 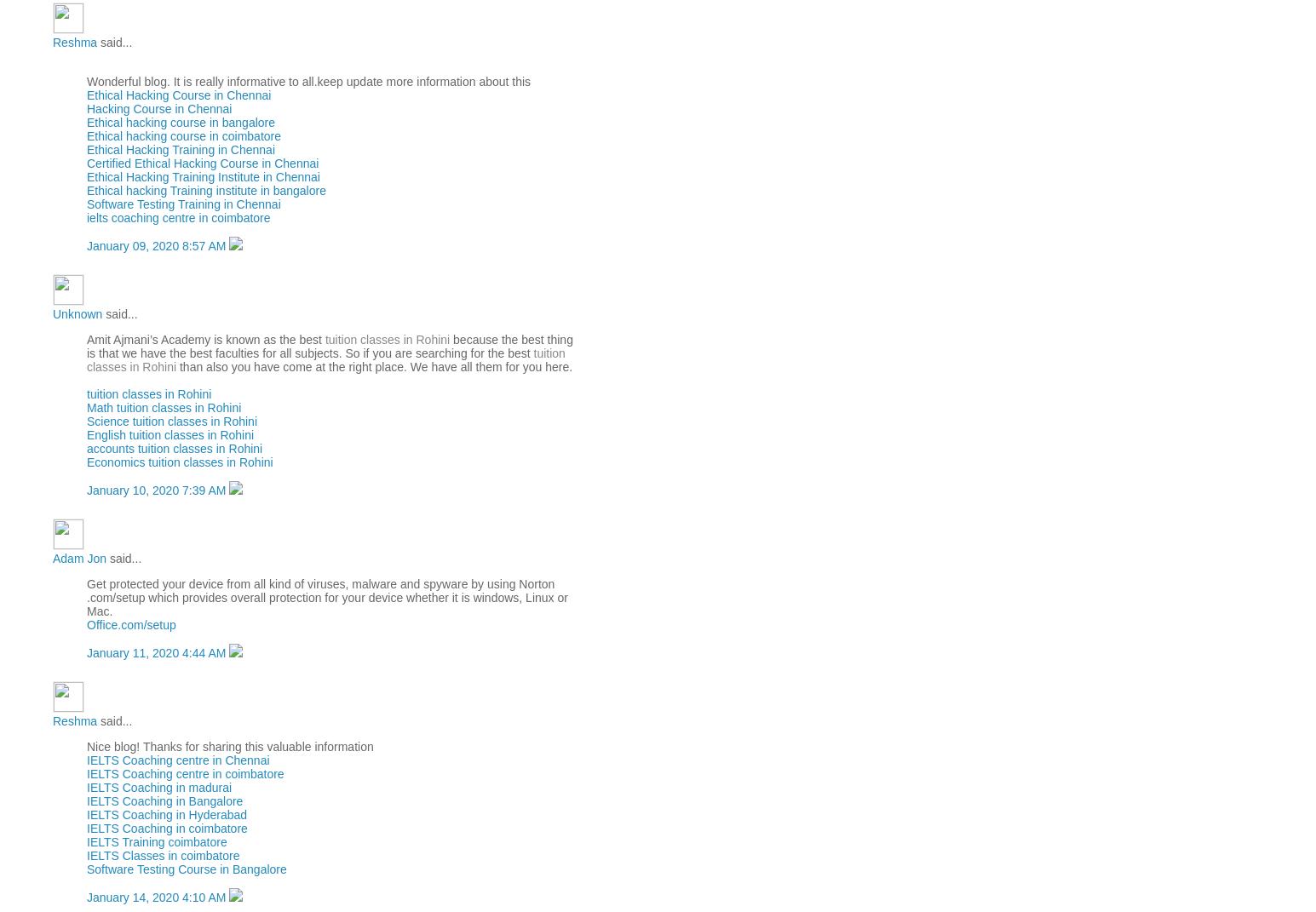 What do you see at coordinates (325, 596) in the screenshot?
I see `'Get protected your device from all kind of viruses, malware and spyware by using Norton .com/setup which provides overall protection for your device whether it is windows, Linux or Mac.'` at bounding box center [325, 596].